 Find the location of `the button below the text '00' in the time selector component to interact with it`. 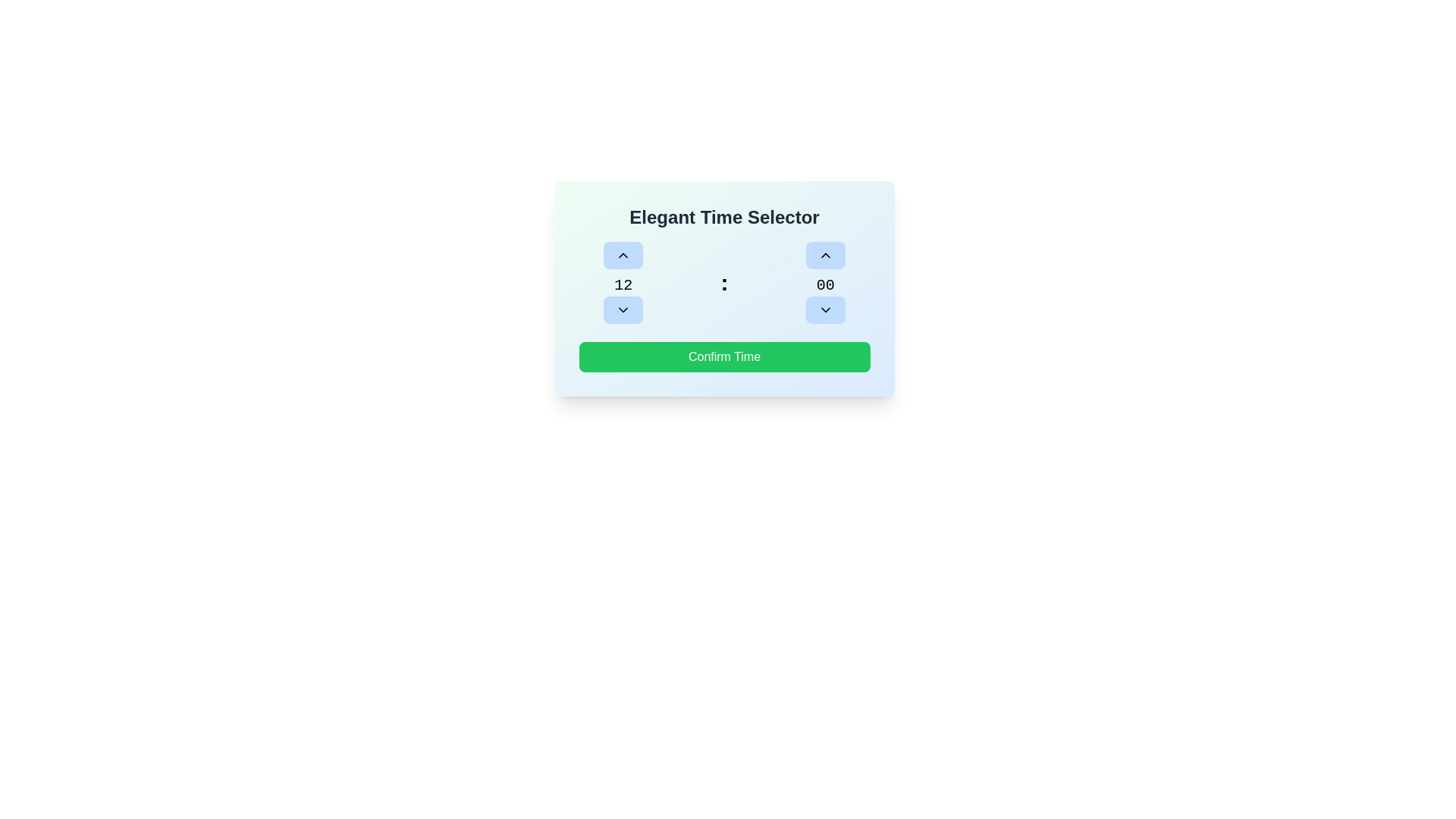

the button below the text '00' in the time selector component to interact with it is located at coordinates (824, 309).